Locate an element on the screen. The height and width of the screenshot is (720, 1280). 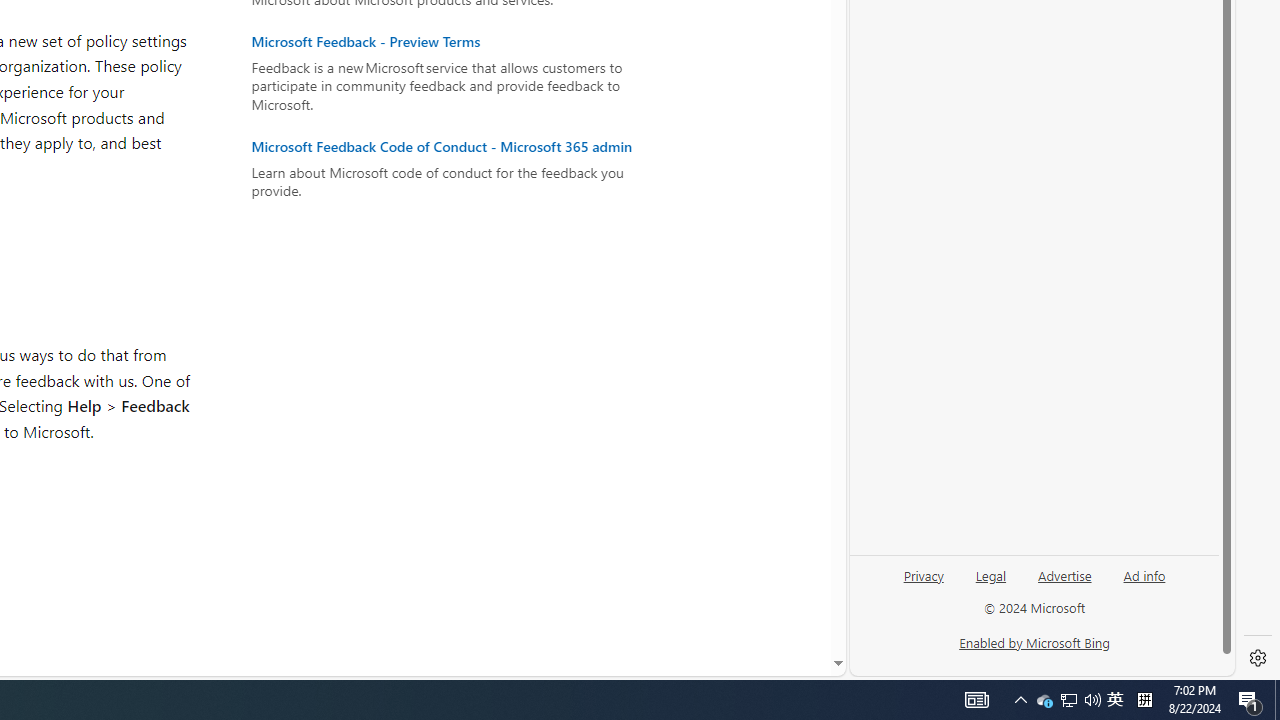
'Microsoft Feedback - Preview Terms' is located at coordinates (451, 42).